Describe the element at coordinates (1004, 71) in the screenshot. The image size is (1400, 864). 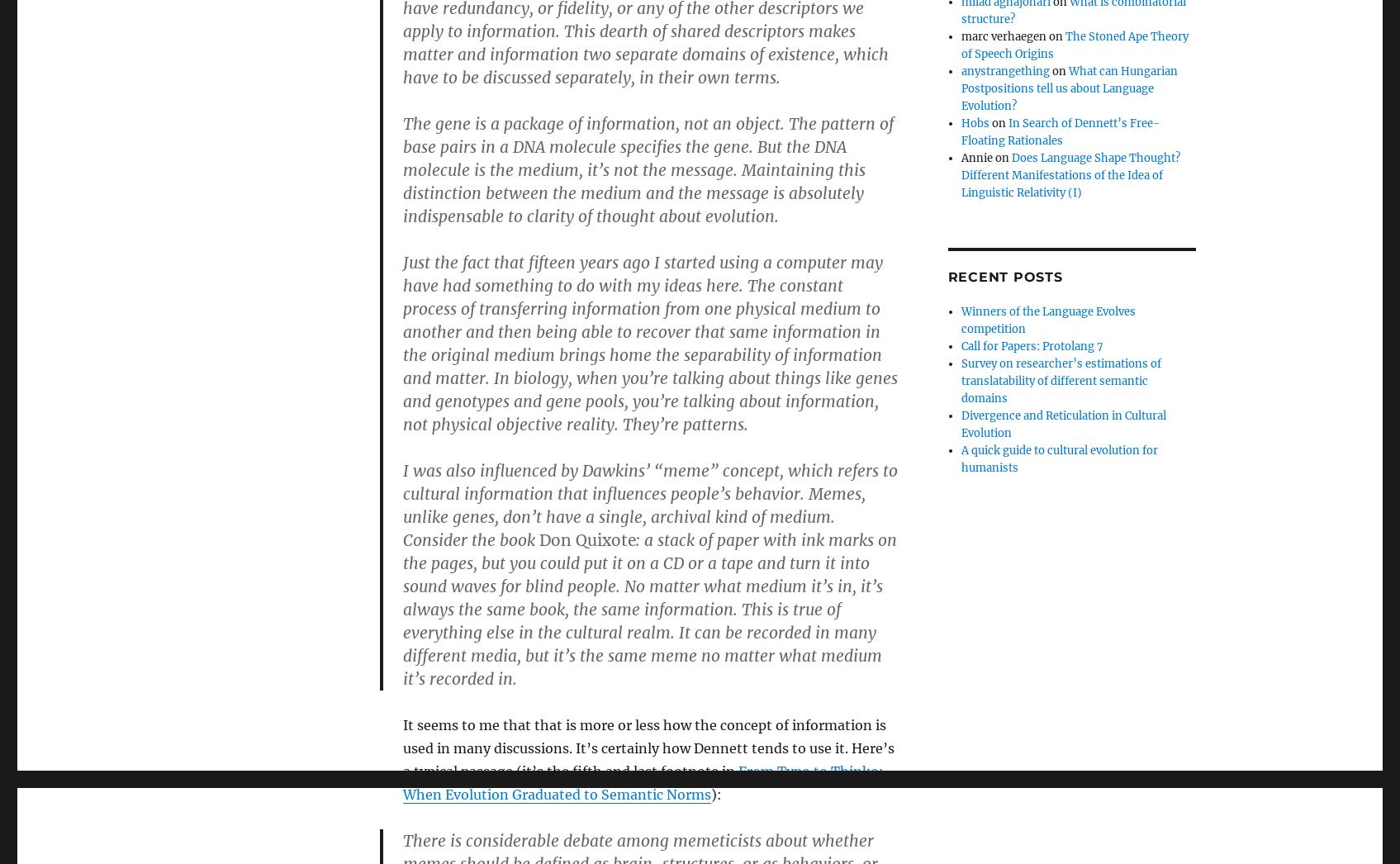
I see `'anystrangething'` at that location.